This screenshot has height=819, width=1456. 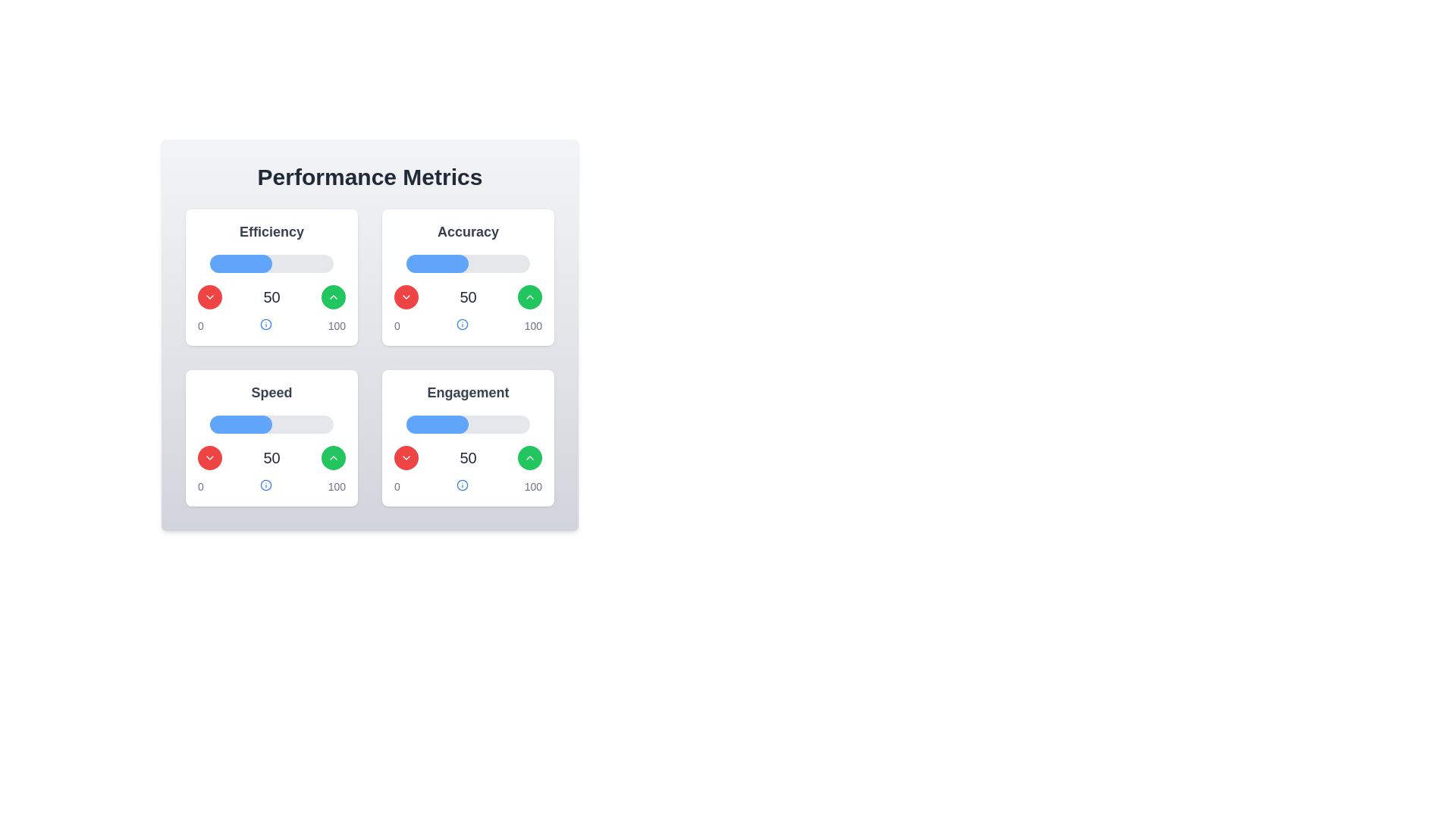 I want to click on the efficiency value, so click(x=293, y=262).